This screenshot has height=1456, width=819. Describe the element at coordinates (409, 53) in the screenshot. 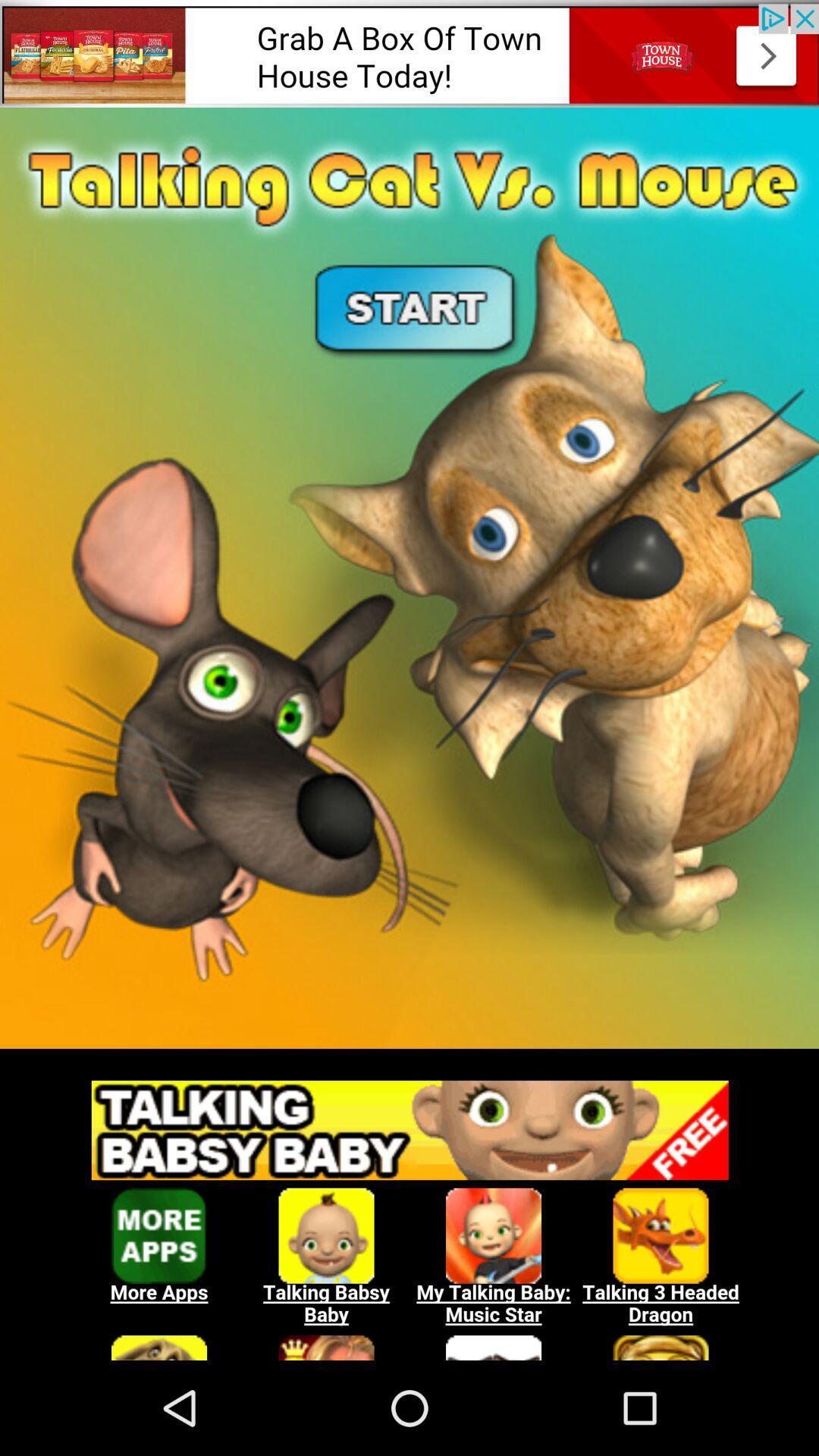

I see `advertisement` at that location.